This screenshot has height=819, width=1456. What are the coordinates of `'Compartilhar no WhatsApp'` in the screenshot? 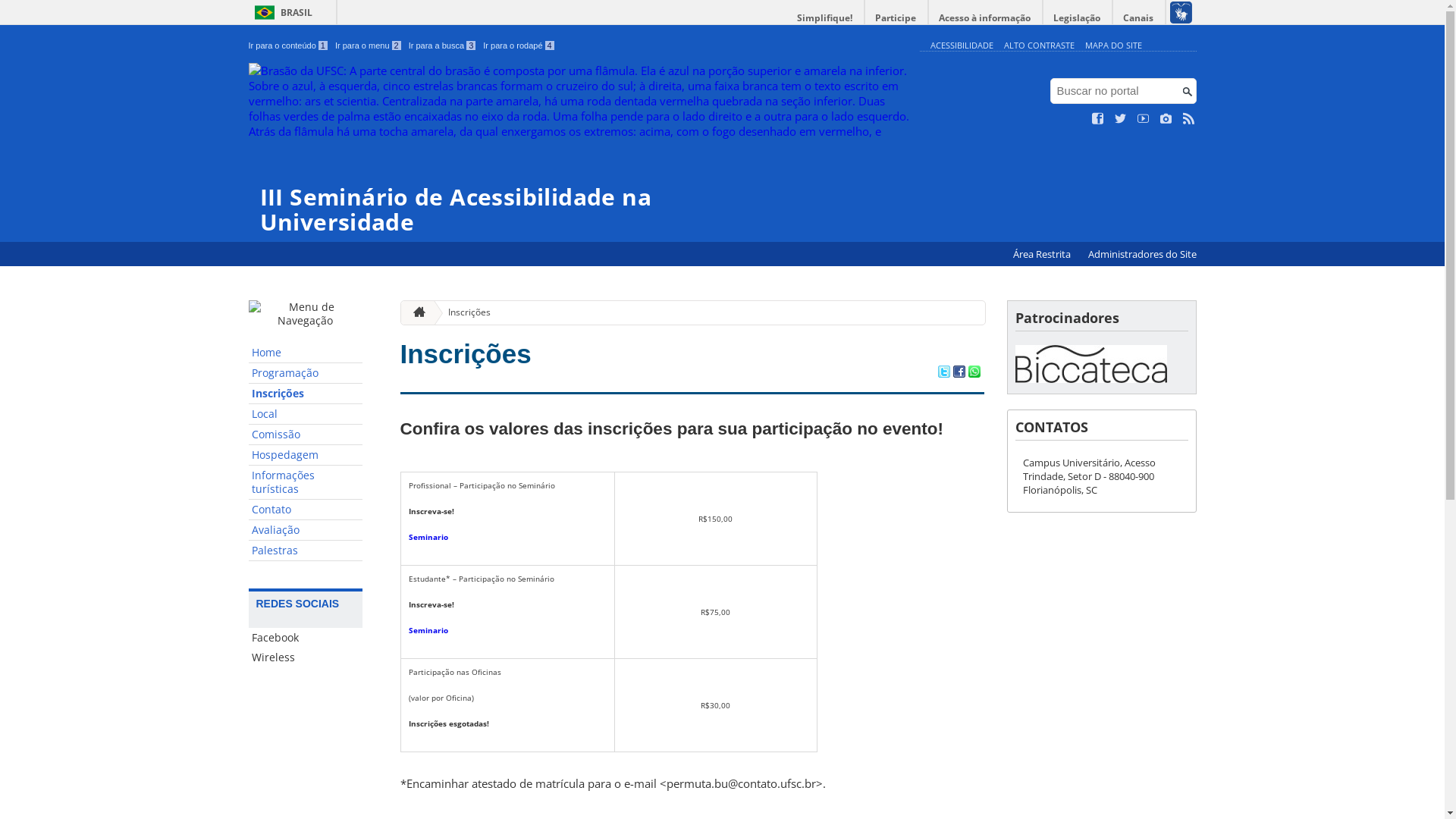 It's located at (973, 373).